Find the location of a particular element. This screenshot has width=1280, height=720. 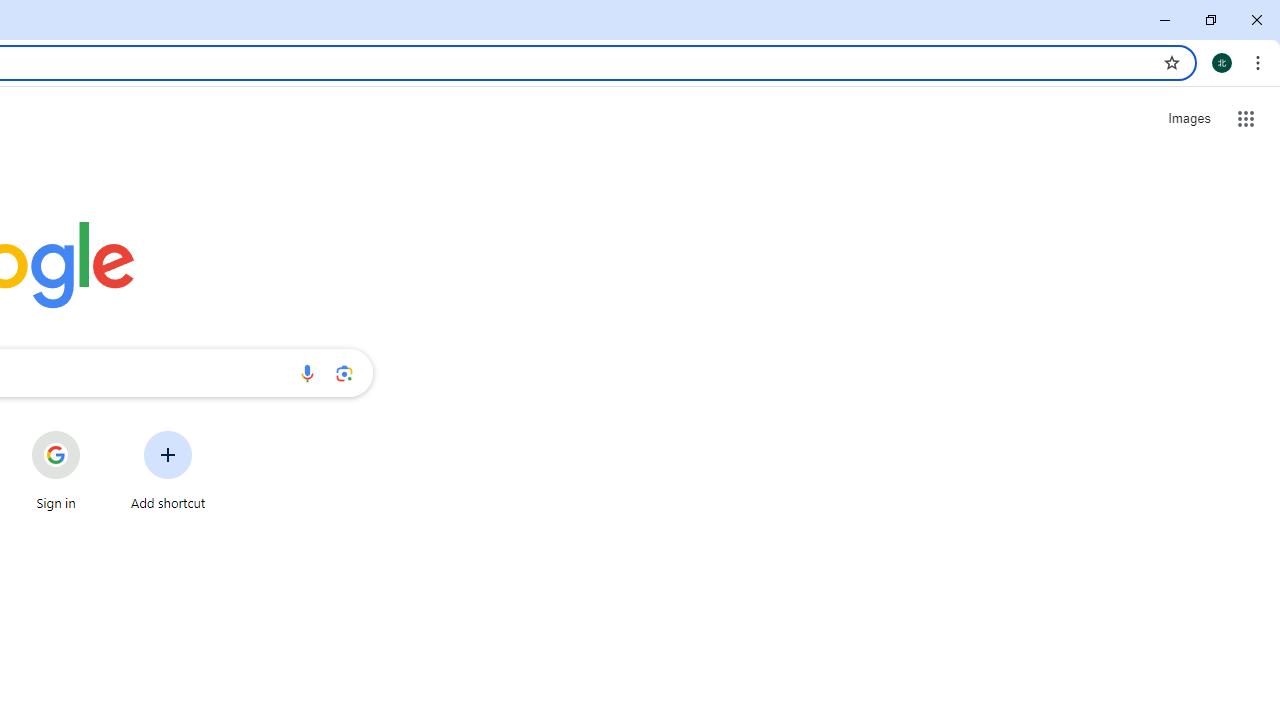

'More actions for Sign in shortcut' is located at coordinates (95, 432).